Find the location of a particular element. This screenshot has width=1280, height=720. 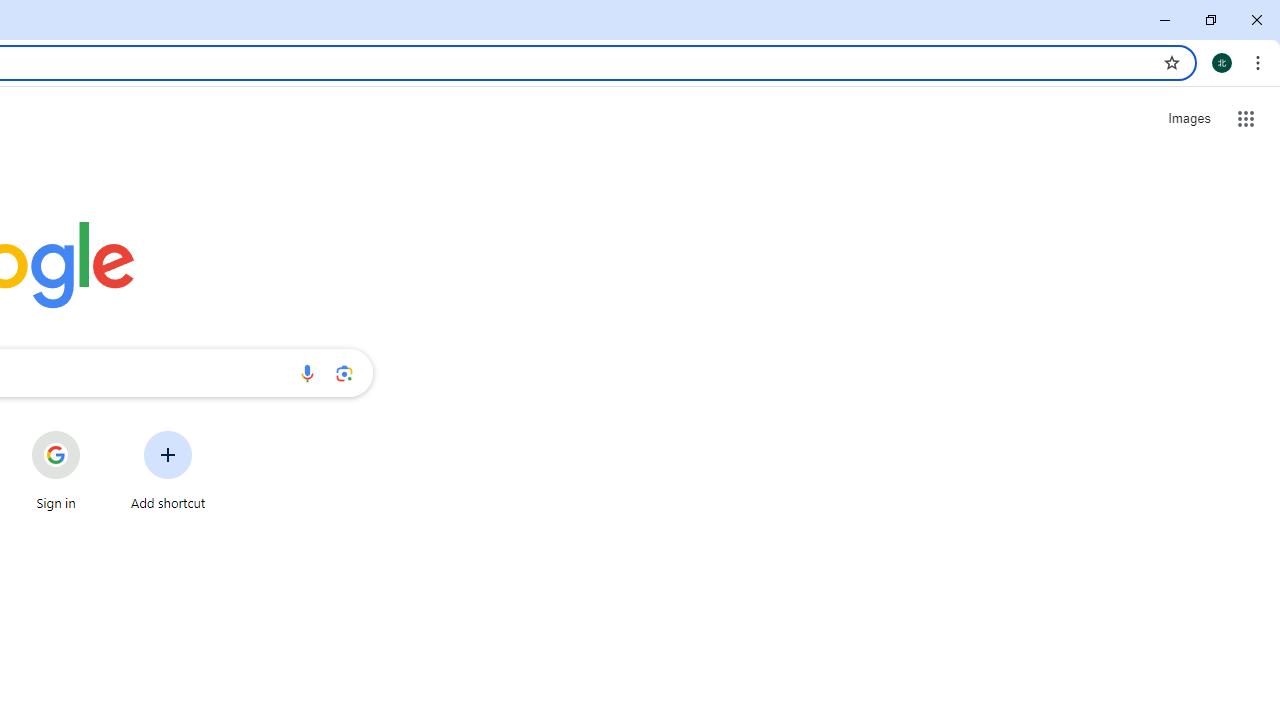

'More actions for Sign in shortcut' is located at coordinates (95, 432).